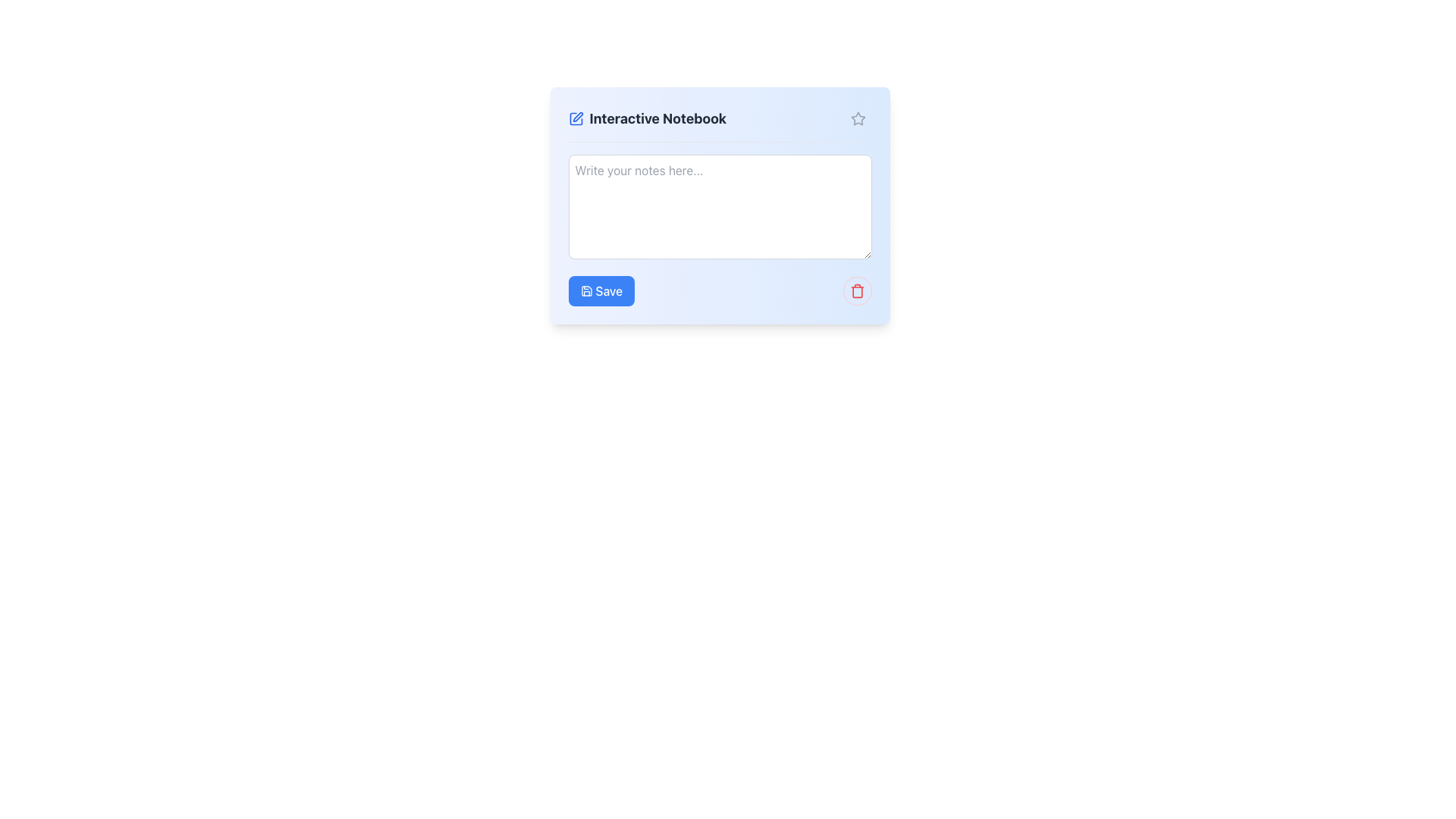 The width and height of the screenshot is (1456, 819). Describe the element at coordinates (858, 118) in the screenshot. I see `the star-shaped icon located in the top-right corner of the interface, which has thin lines and a hollow center` at that location.